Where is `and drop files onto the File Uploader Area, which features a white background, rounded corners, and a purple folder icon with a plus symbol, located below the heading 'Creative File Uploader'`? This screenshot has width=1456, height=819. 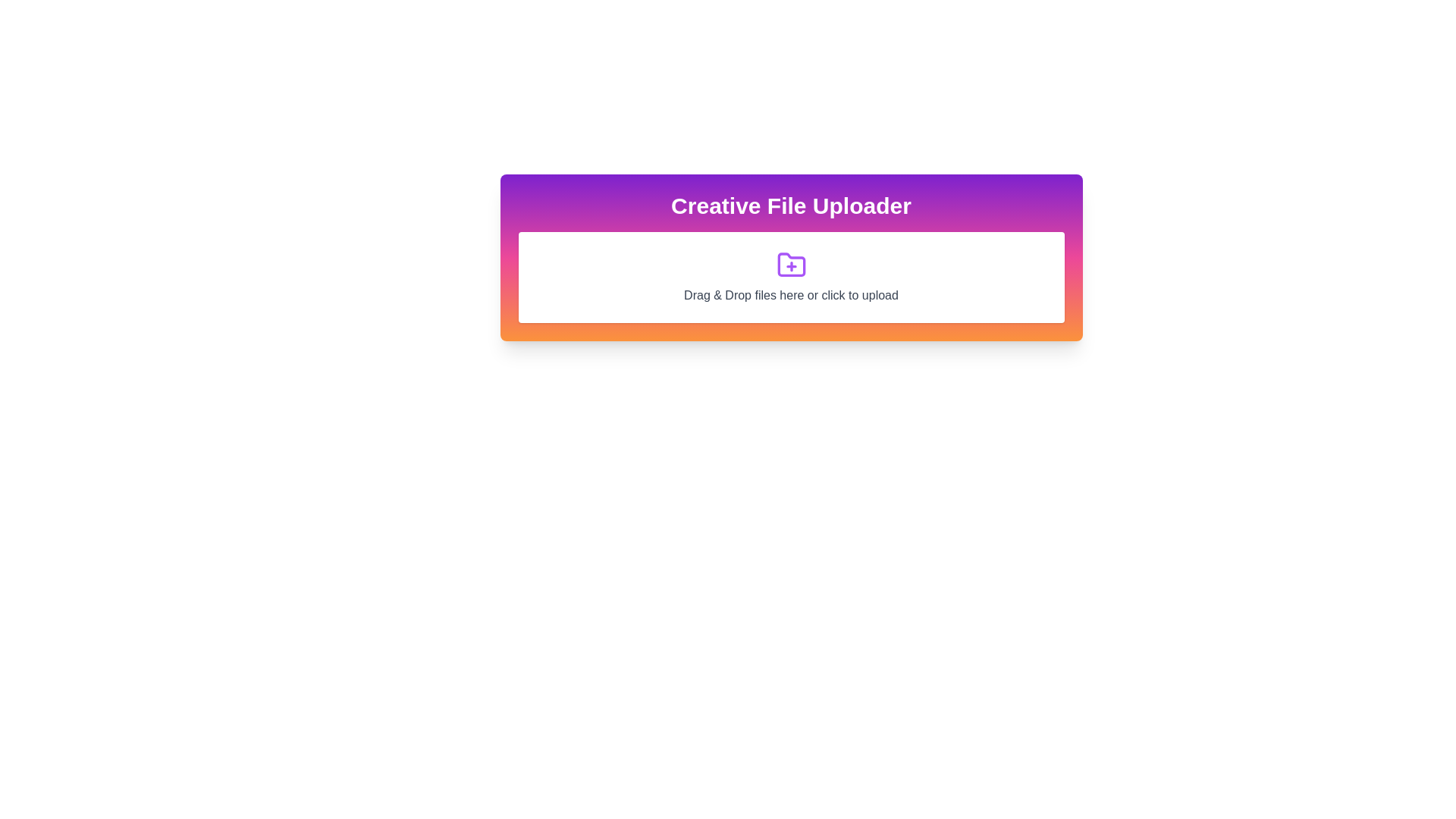 and drop files onto the File Uploader Area, which features a white background, rounded corners, and a purple folder icon with a plus symbol, located below the heading 'Creative File Uploader' is located at coordinates (790, 278).